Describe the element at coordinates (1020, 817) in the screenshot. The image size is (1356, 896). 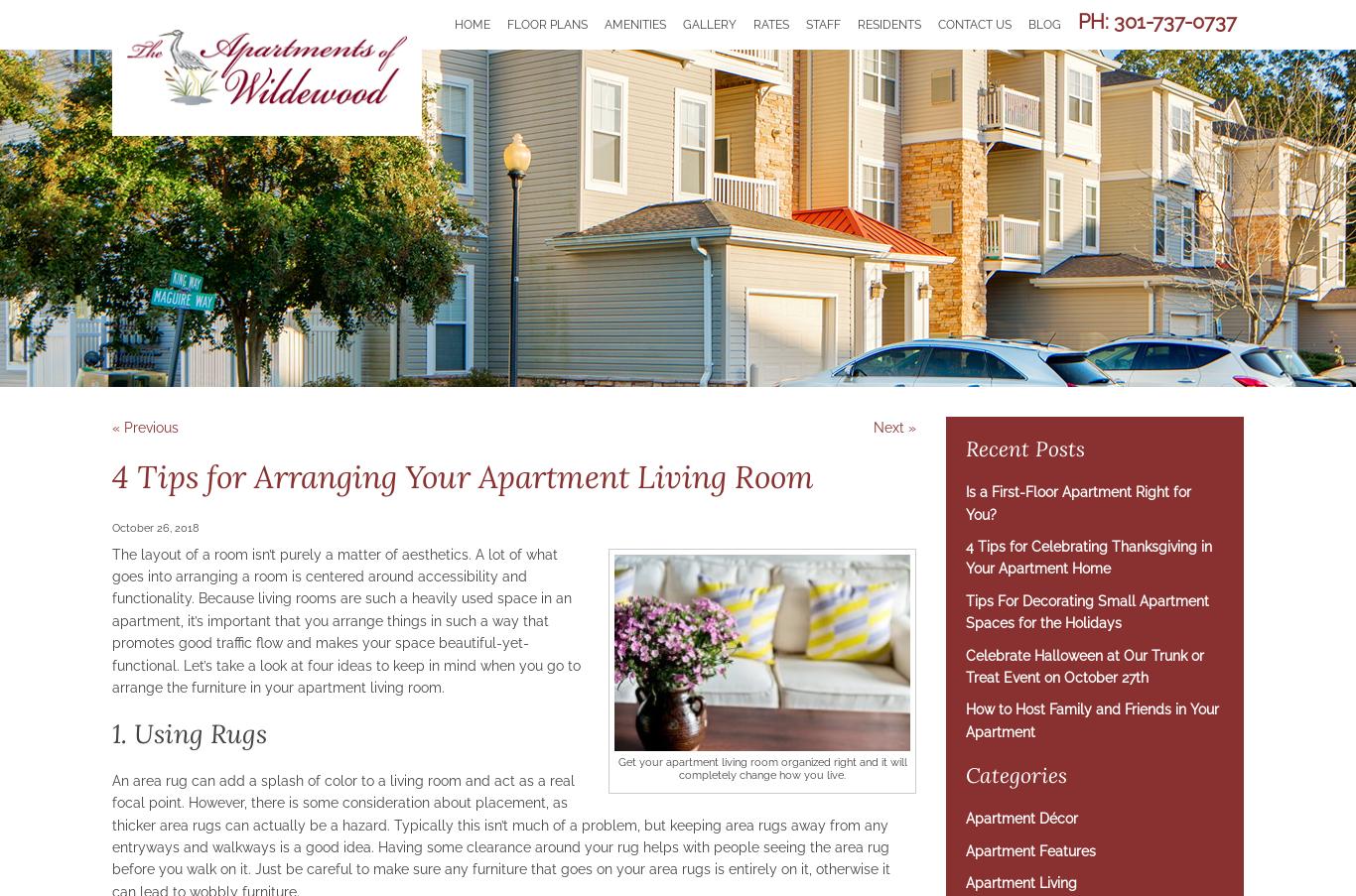
I see `'Apartment Décor'` at that location.